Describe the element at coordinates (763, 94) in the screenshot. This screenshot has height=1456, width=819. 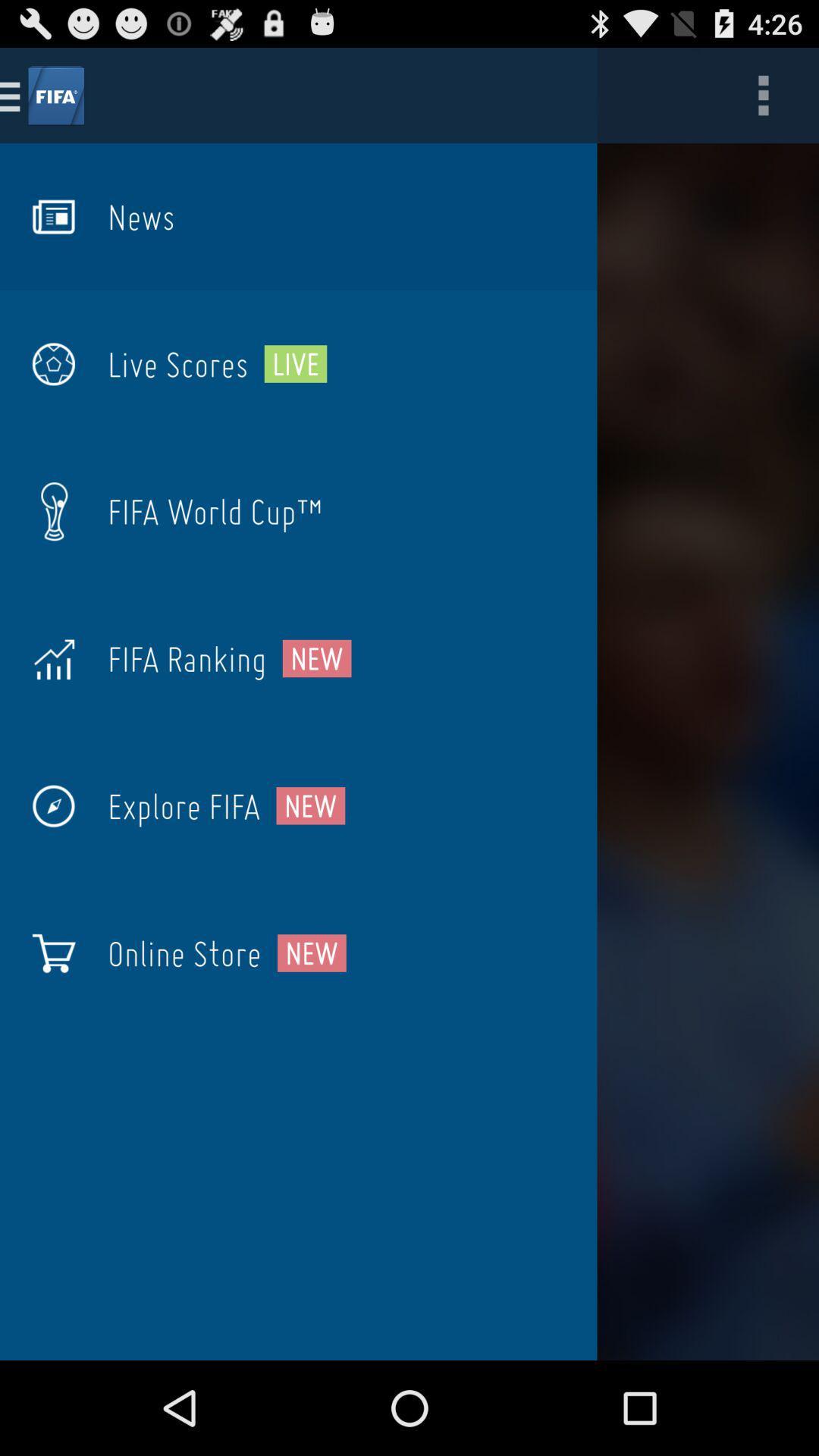
I see `icon at the top right corner` at that location.